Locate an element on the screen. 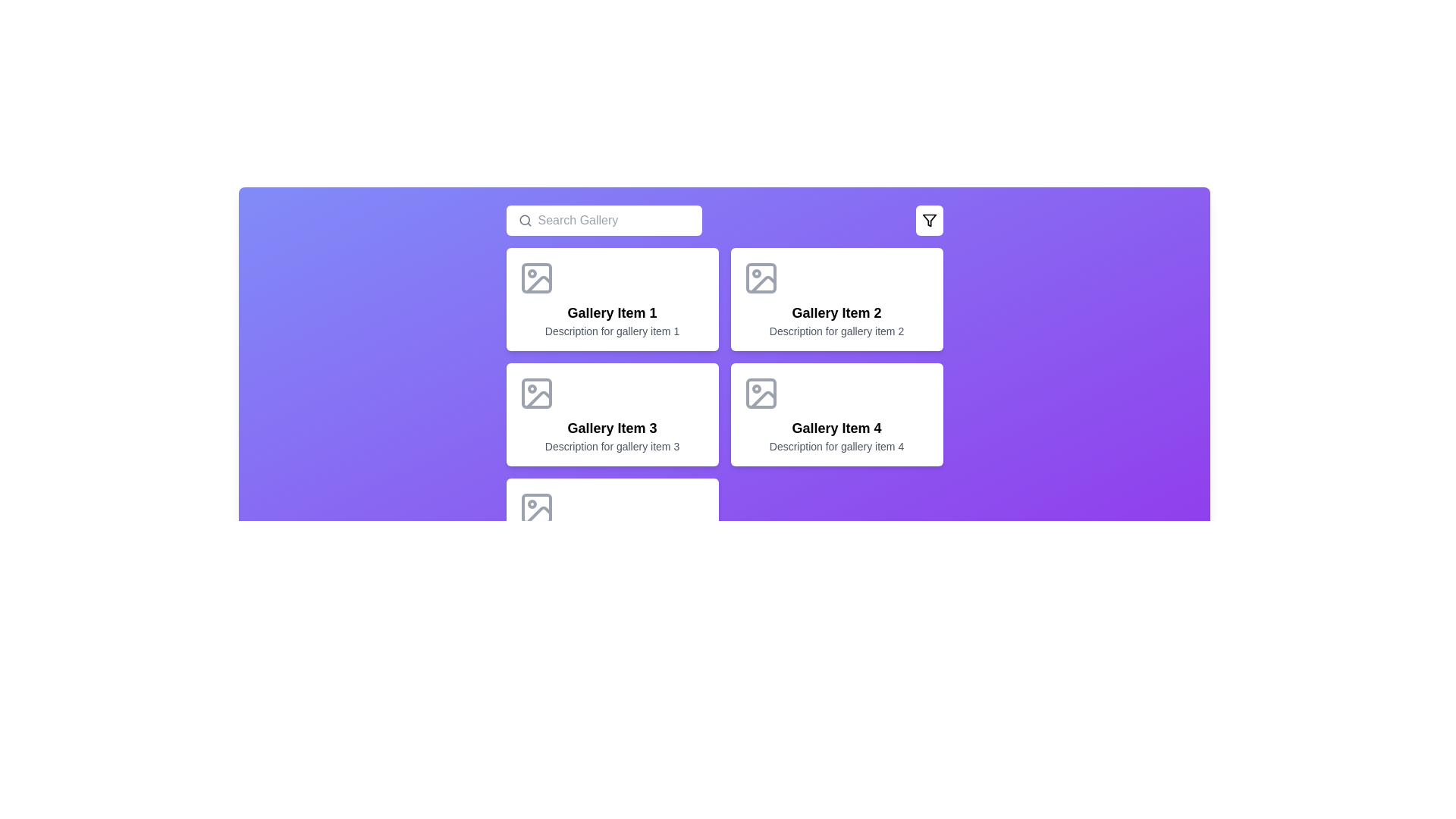  the static text label that provides context for 'Gallery Item 3', located below its title within the third gallery card in the middle row, first column is located at coordinates (612, 446).